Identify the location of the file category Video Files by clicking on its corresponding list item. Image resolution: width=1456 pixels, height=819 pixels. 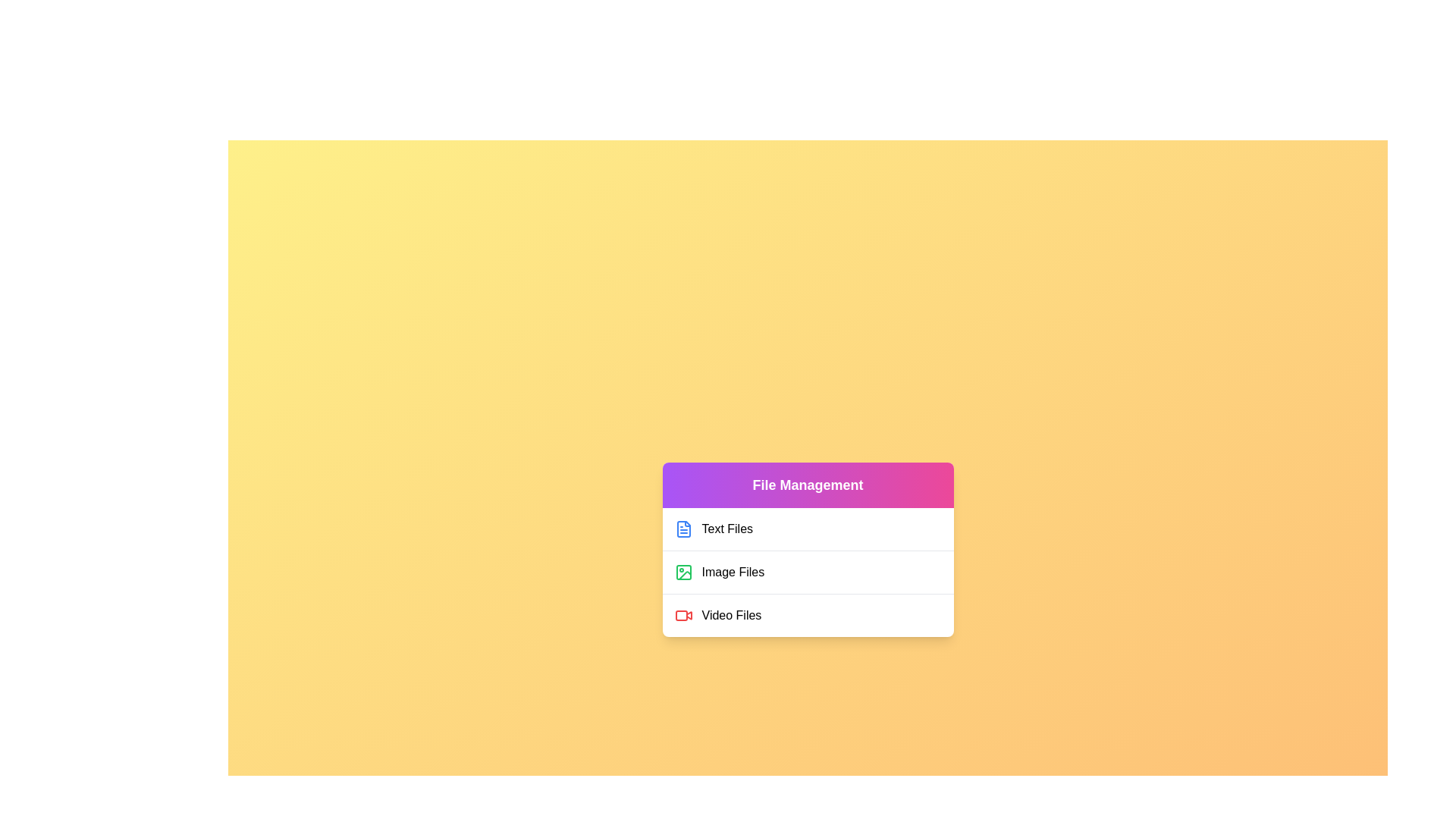
(807, 615).